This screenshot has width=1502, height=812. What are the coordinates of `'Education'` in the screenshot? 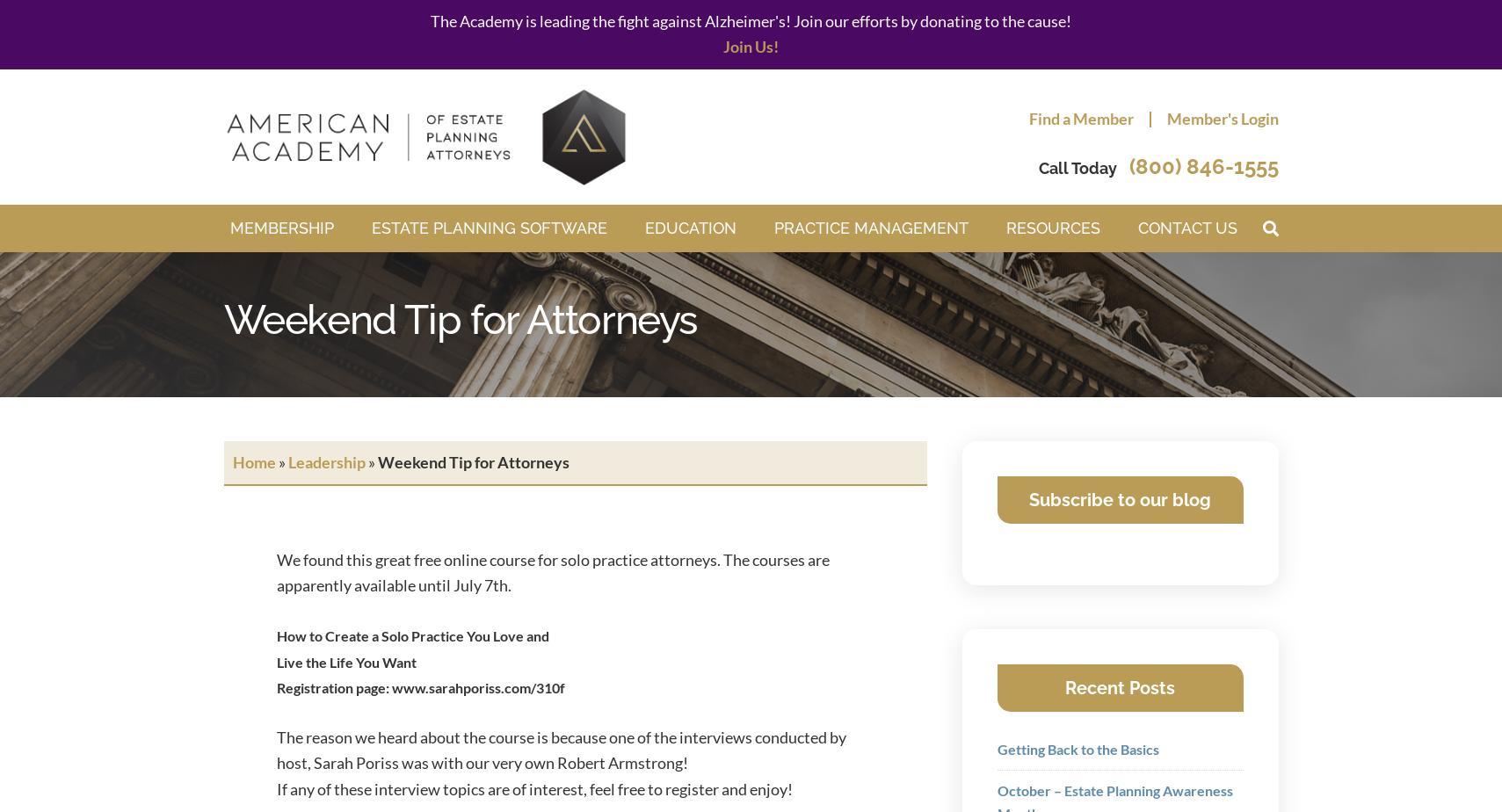 It's located at (688, 228).